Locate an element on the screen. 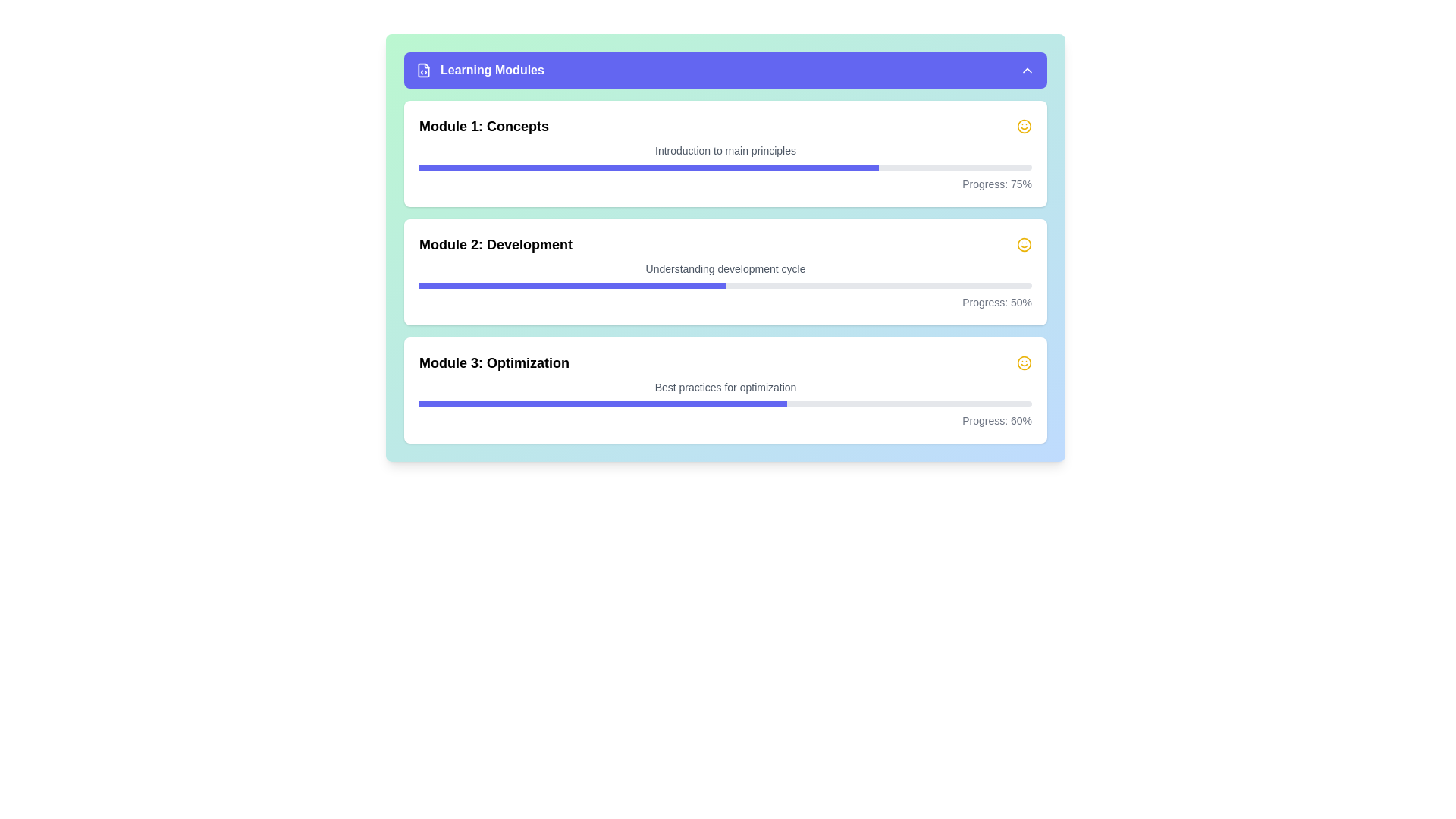  the bold-text heading labeled 'Module 2: Development' for accessibility purposes is located at coordinates (495, 244).